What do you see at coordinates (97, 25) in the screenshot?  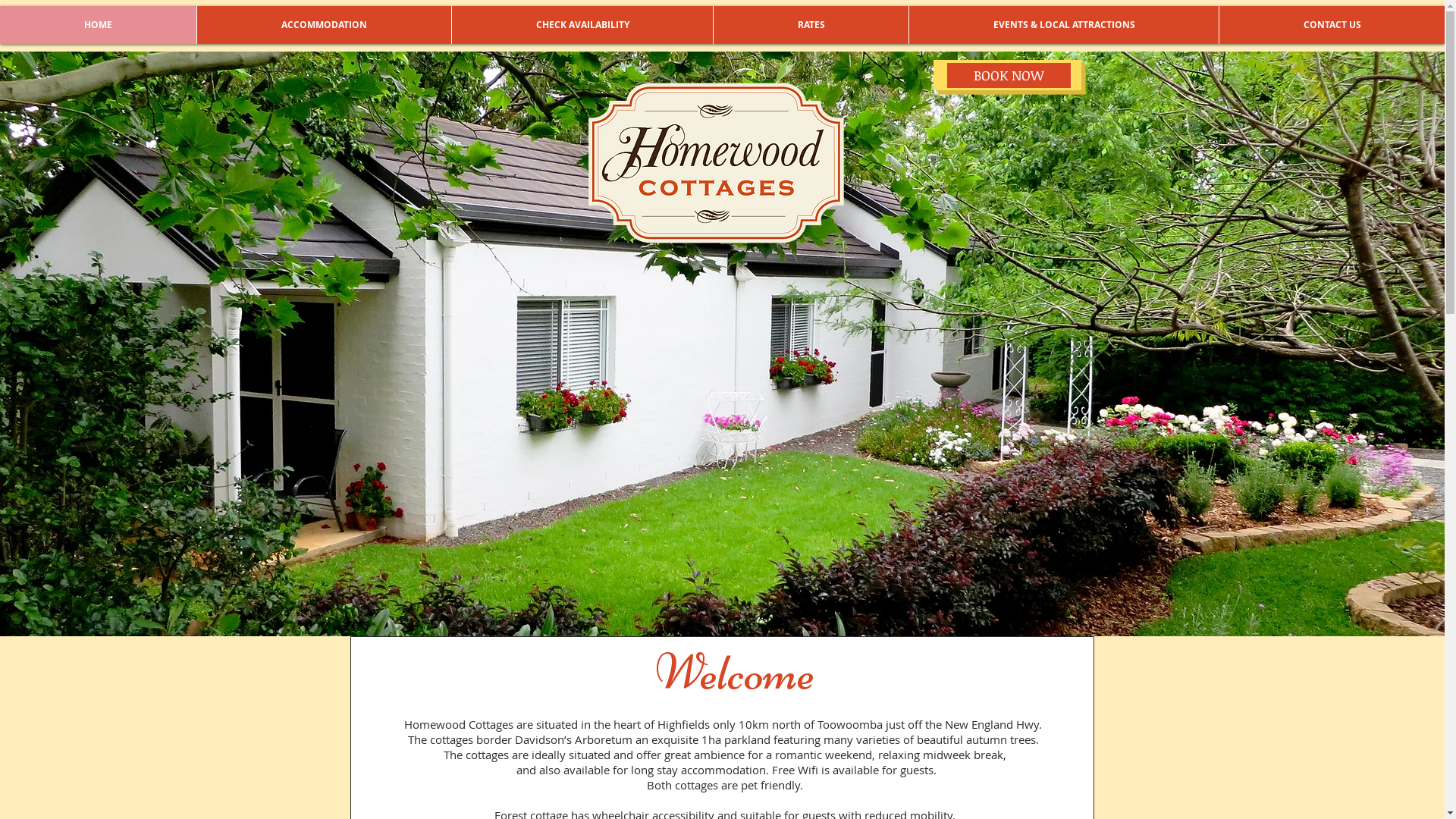 I see `'HOME'` at bounding box center [97, 25].